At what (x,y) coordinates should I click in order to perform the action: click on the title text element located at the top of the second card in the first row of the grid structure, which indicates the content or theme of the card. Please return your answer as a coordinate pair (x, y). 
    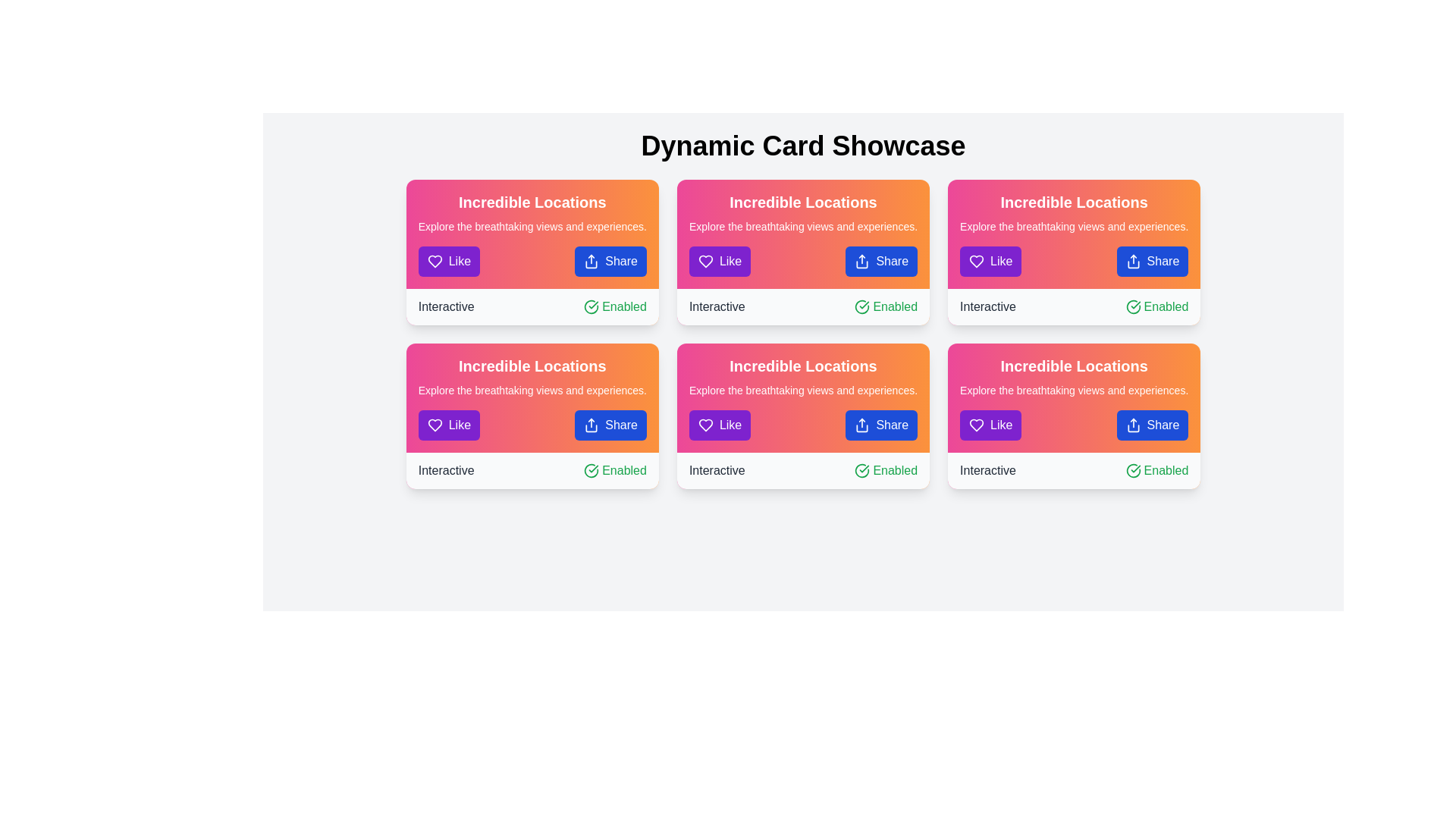
    Looking at the image, I should click on (1073, 366).